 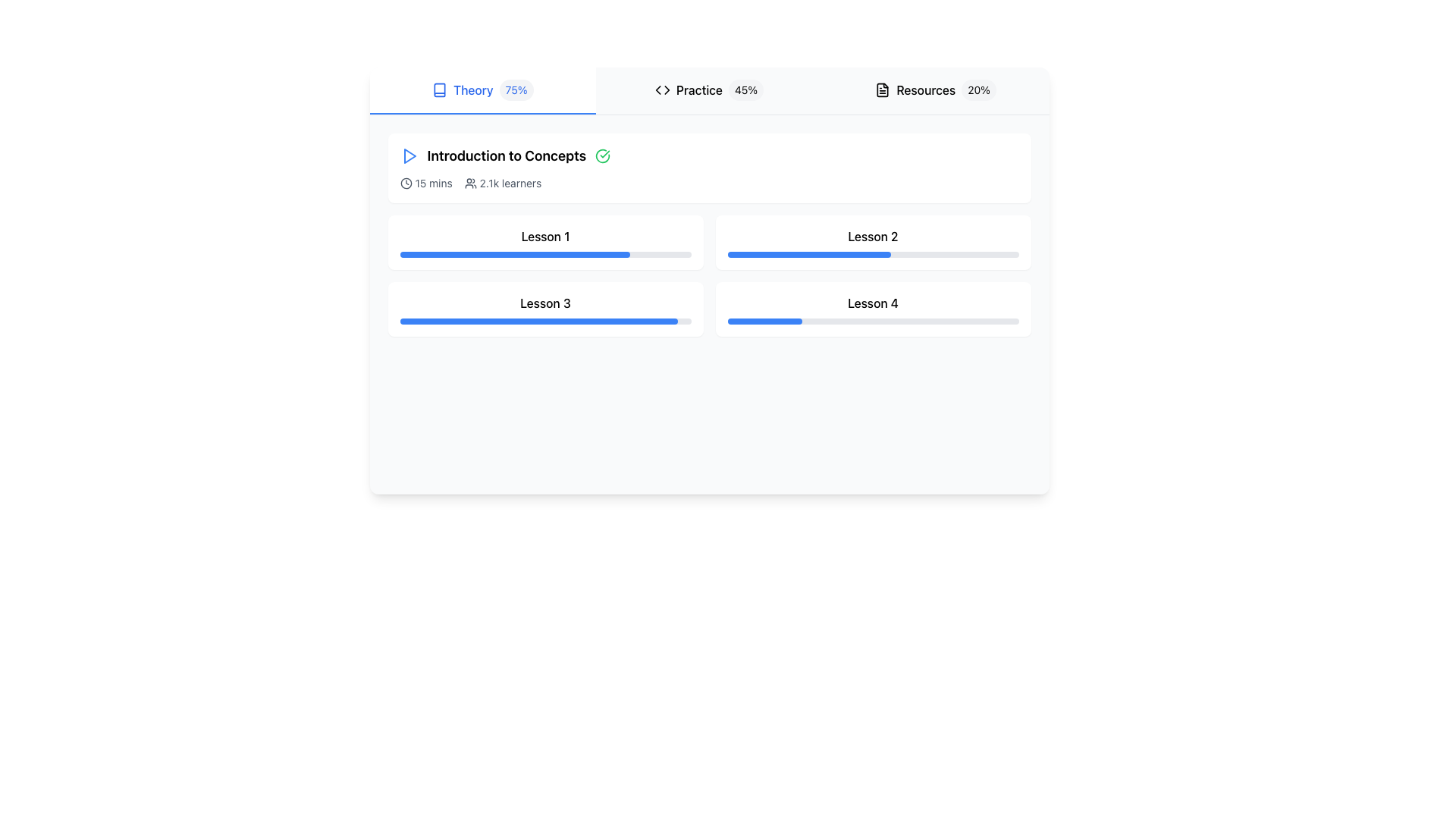 What do you see at coordinates (873, 242) in the screenshot?
I see `lesson label 'Lesson 2' from the card featuring a blue progress bar, located in the upper-right quadrant of the grid layout` at bounding box center [873, 242].